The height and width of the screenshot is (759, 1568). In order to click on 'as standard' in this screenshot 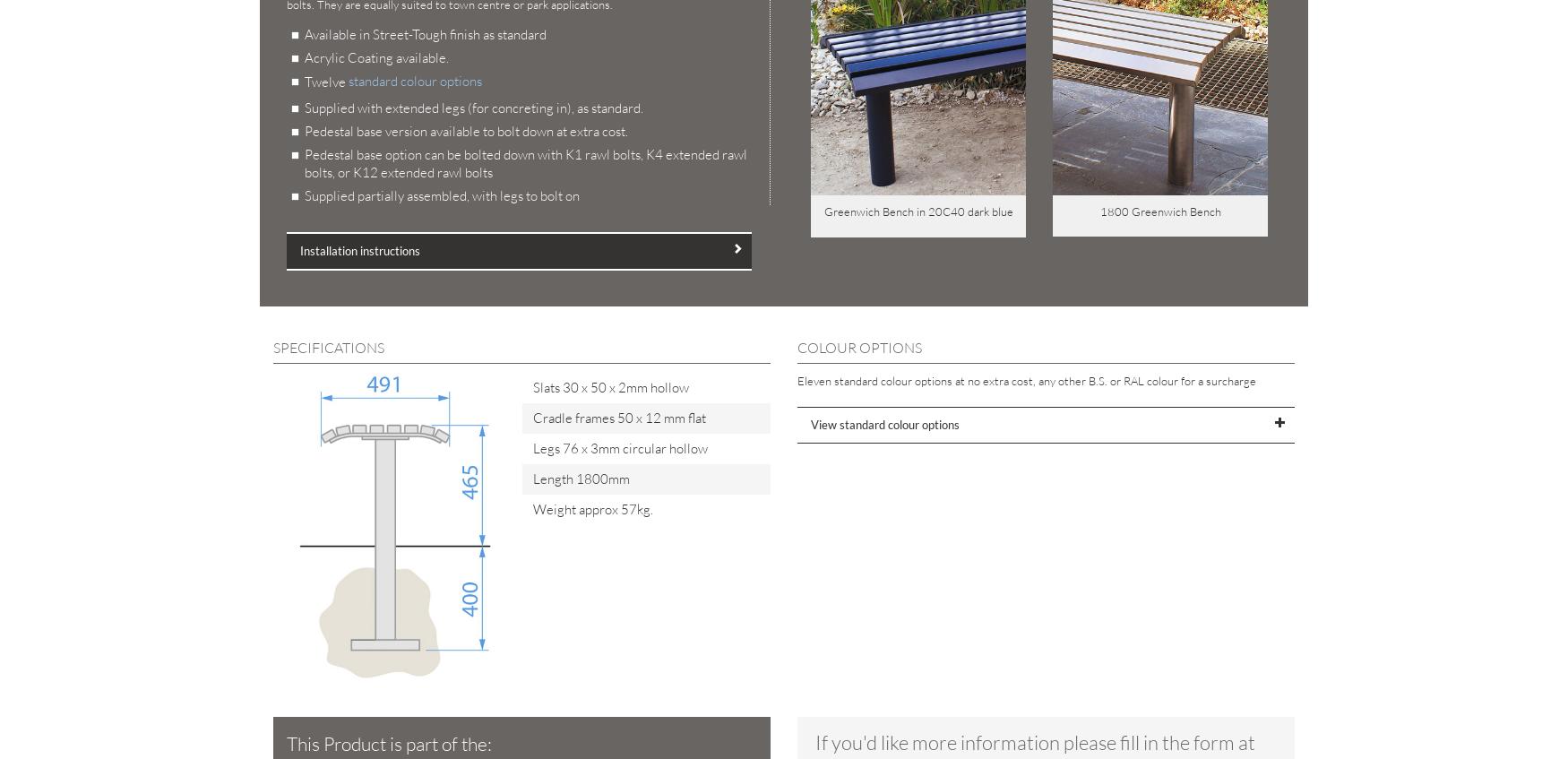, I will do `click(513, 33)`.